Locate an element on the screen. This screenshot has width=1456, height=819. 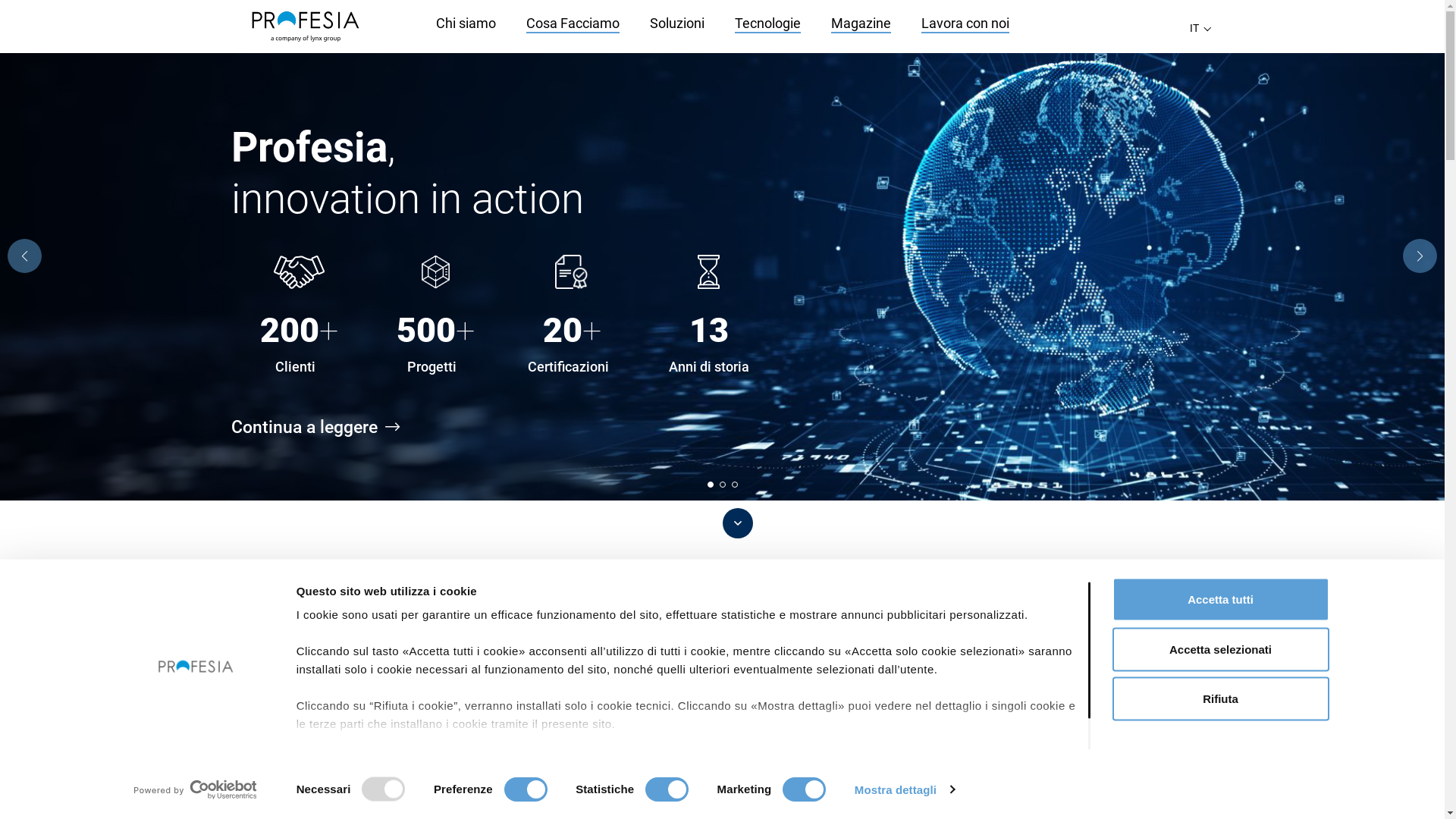
'Profesia' is located at coordinates (304, 26).